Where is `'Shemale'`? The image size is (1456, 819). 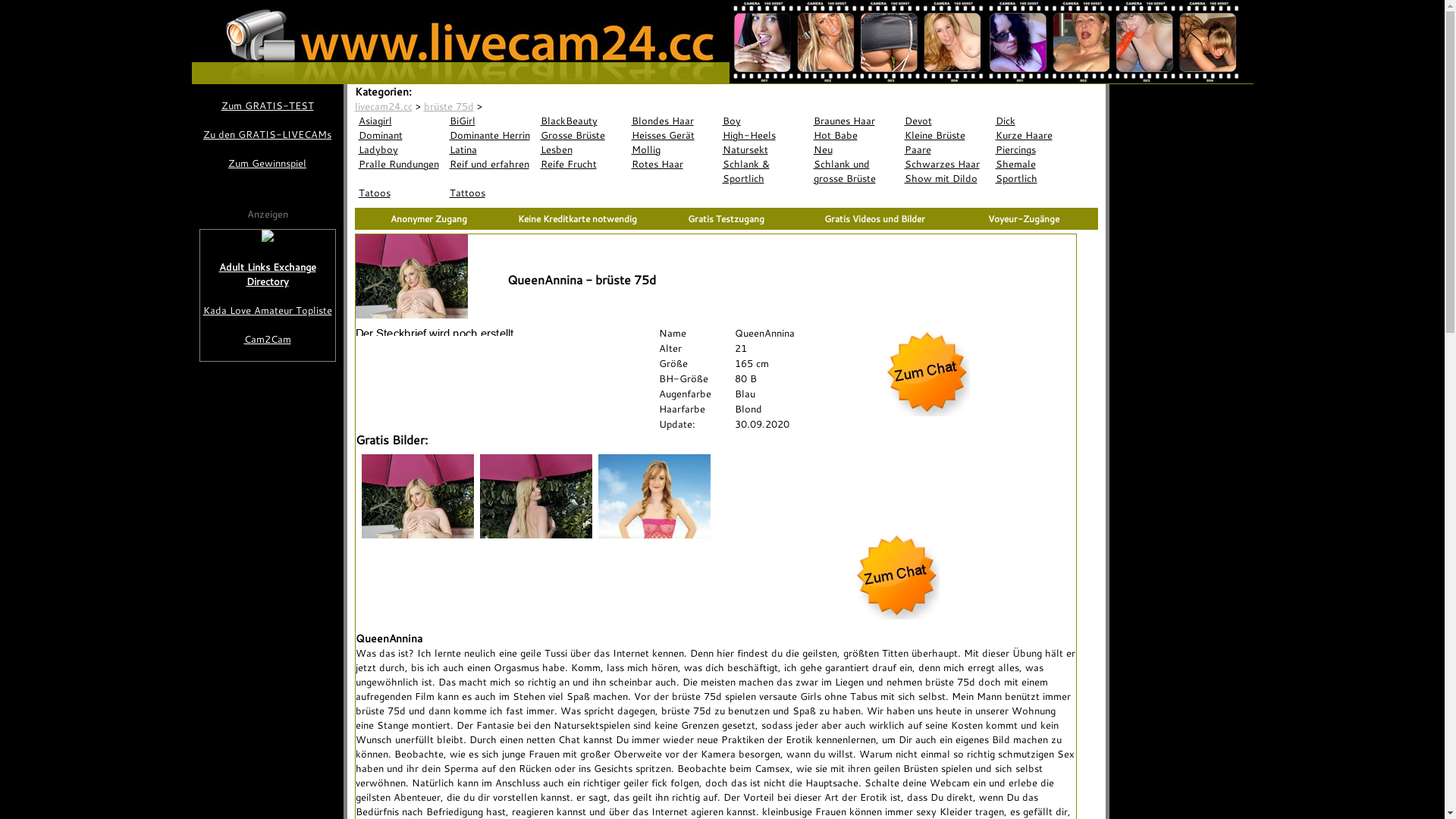
'Shemale' is located at coordinates (1037, 164).